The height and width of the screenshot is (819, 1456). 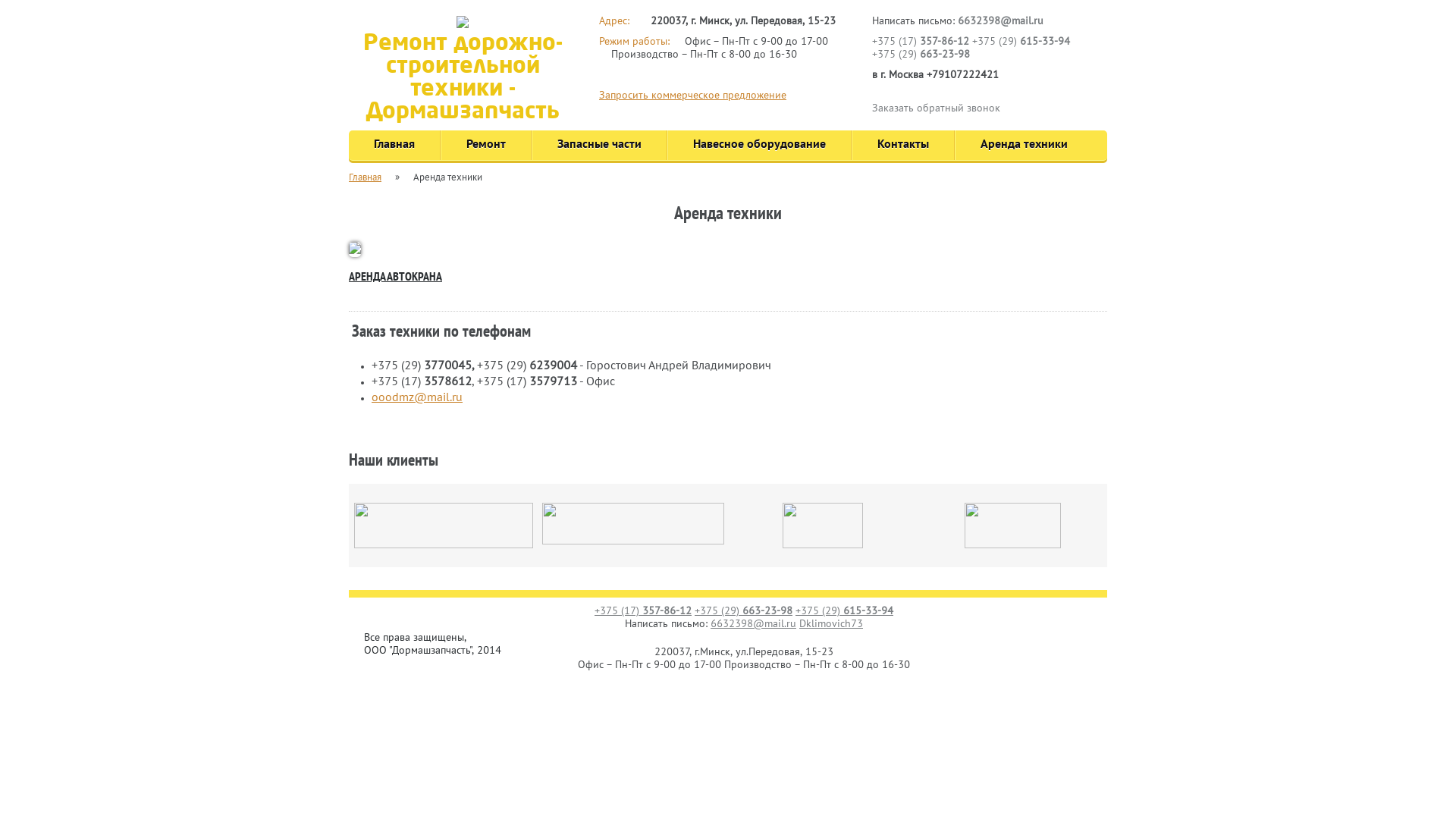 What do you see at coordinates (971, 41) in the screenshot?
I see `'+375 (29) 615-33-94'` at bounding box center [971, 41].